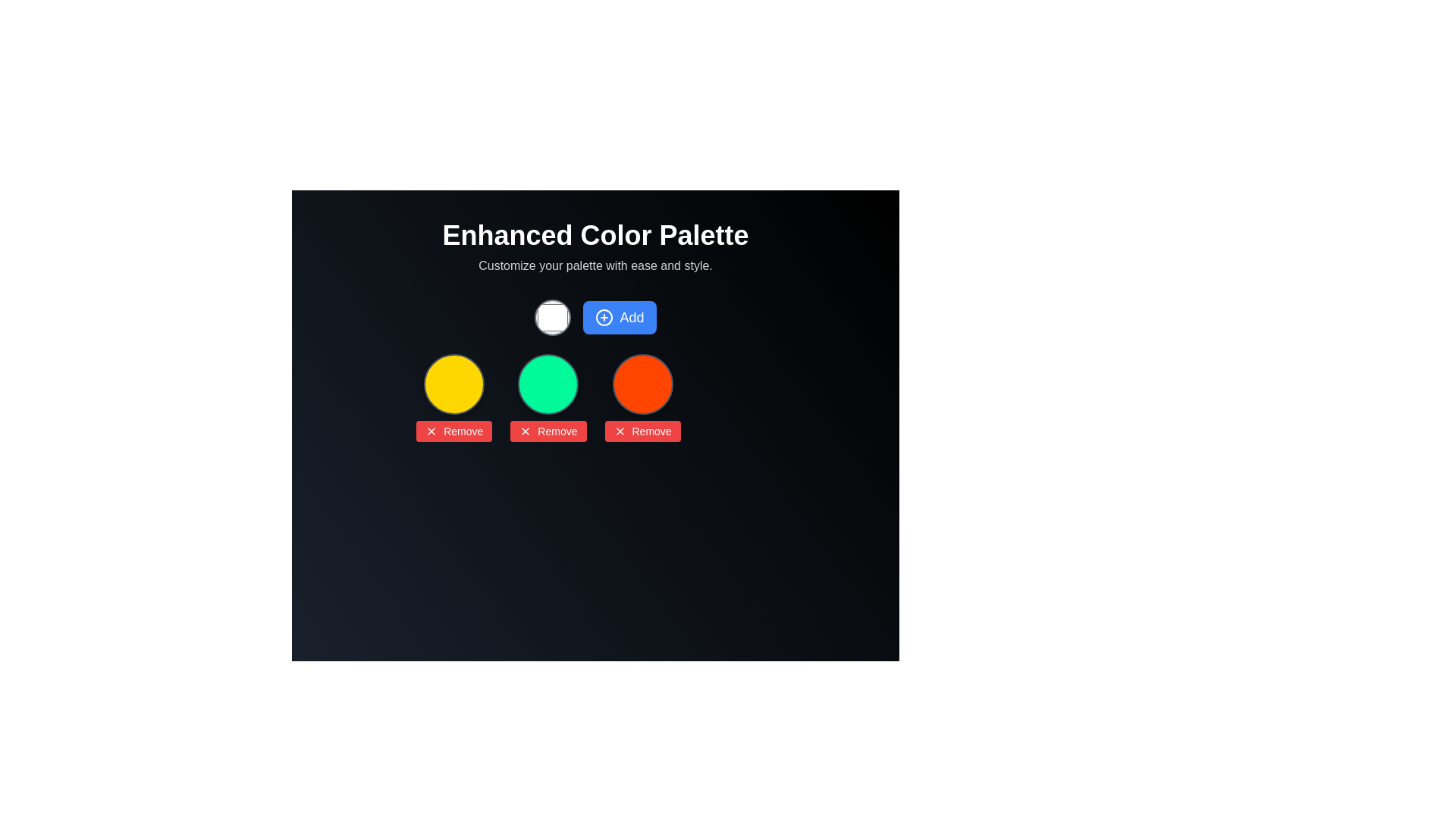 Image resolution: width=1456 pixels, height=819 pixels. Describe the element at coordinates (548, 431) in the screenshot. I see `the 'Remove' button located below the green circle` at that location.